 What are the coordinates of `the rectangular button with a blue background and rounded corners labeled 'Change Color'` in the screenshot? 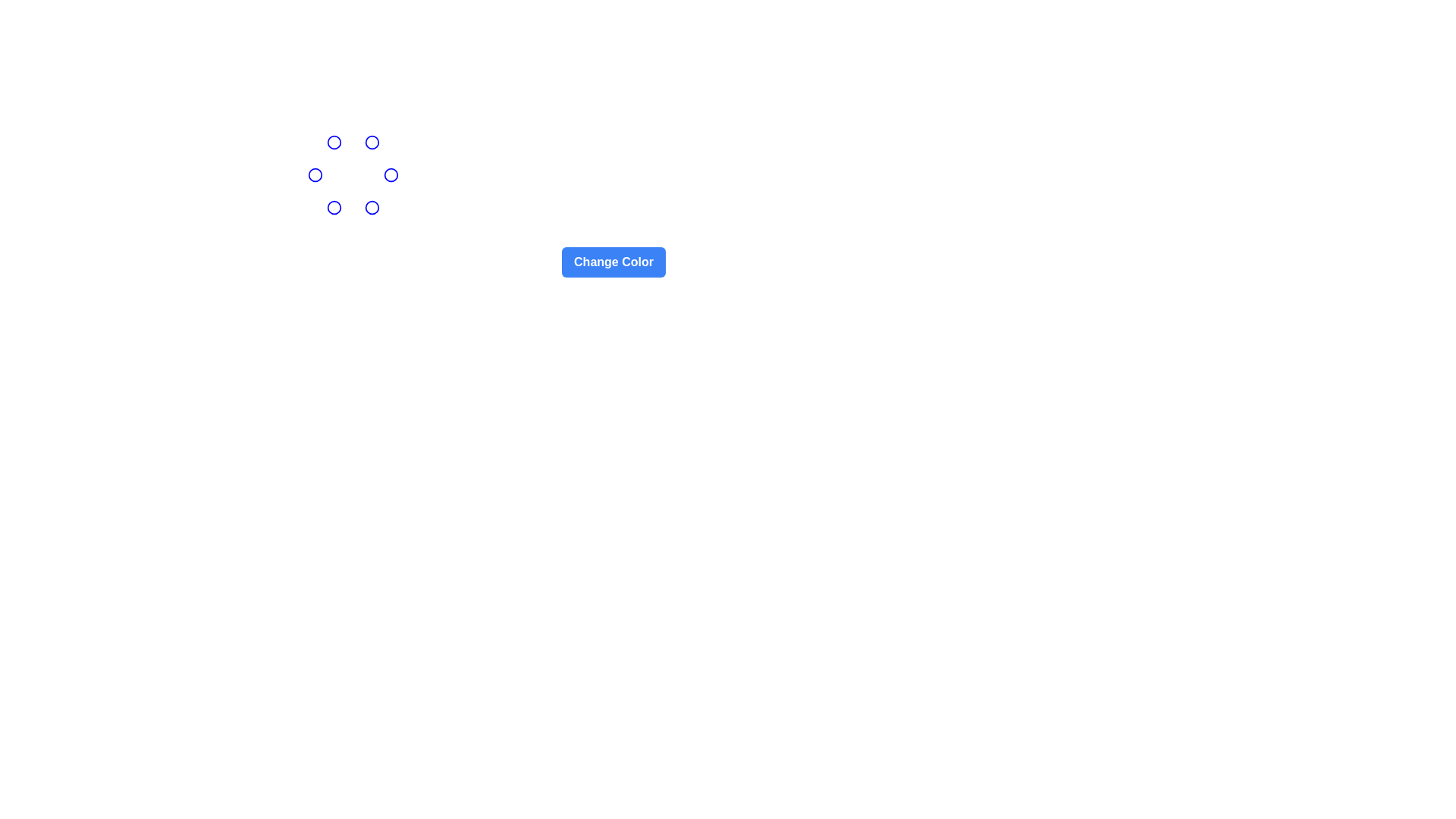 It's located at (613, 262).